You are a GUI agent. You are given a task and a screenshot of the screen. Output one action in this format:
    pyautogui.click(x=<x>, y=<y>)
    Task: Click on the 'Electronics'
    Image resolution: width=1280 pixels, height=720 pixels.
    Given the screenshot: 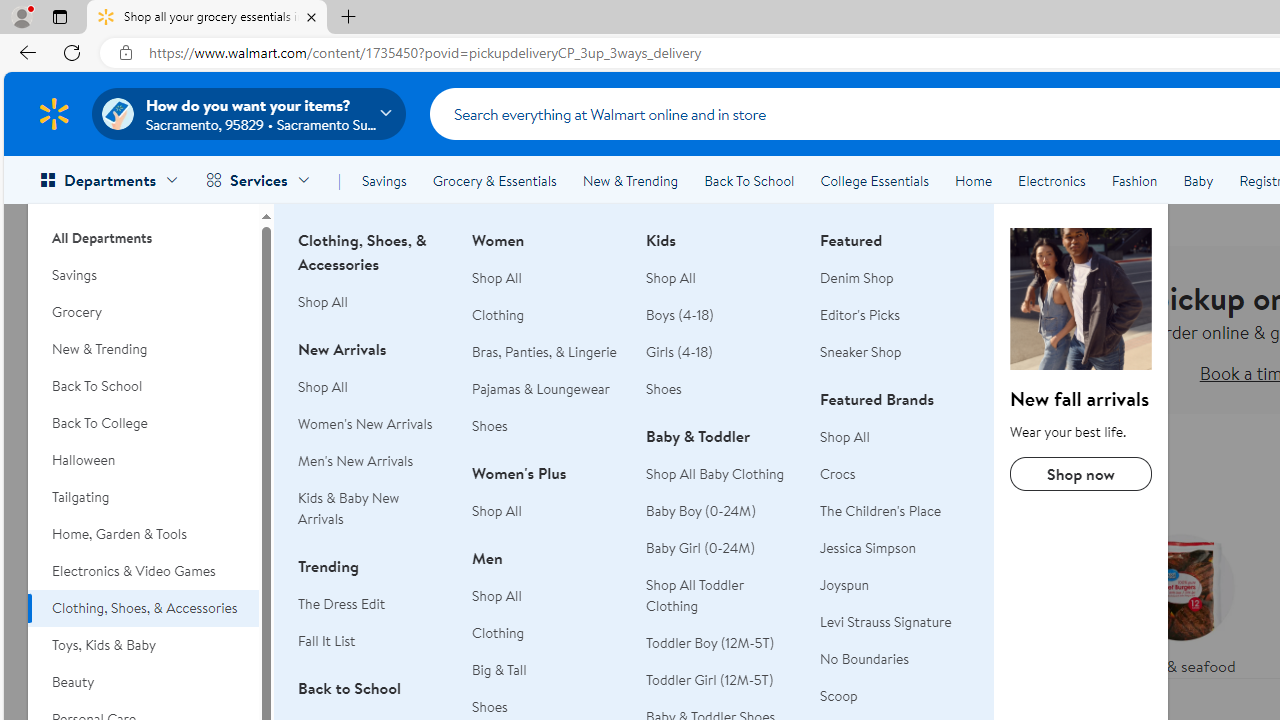 What is the action you would take?
    pyautogui.click(x=1050, y=181)
    